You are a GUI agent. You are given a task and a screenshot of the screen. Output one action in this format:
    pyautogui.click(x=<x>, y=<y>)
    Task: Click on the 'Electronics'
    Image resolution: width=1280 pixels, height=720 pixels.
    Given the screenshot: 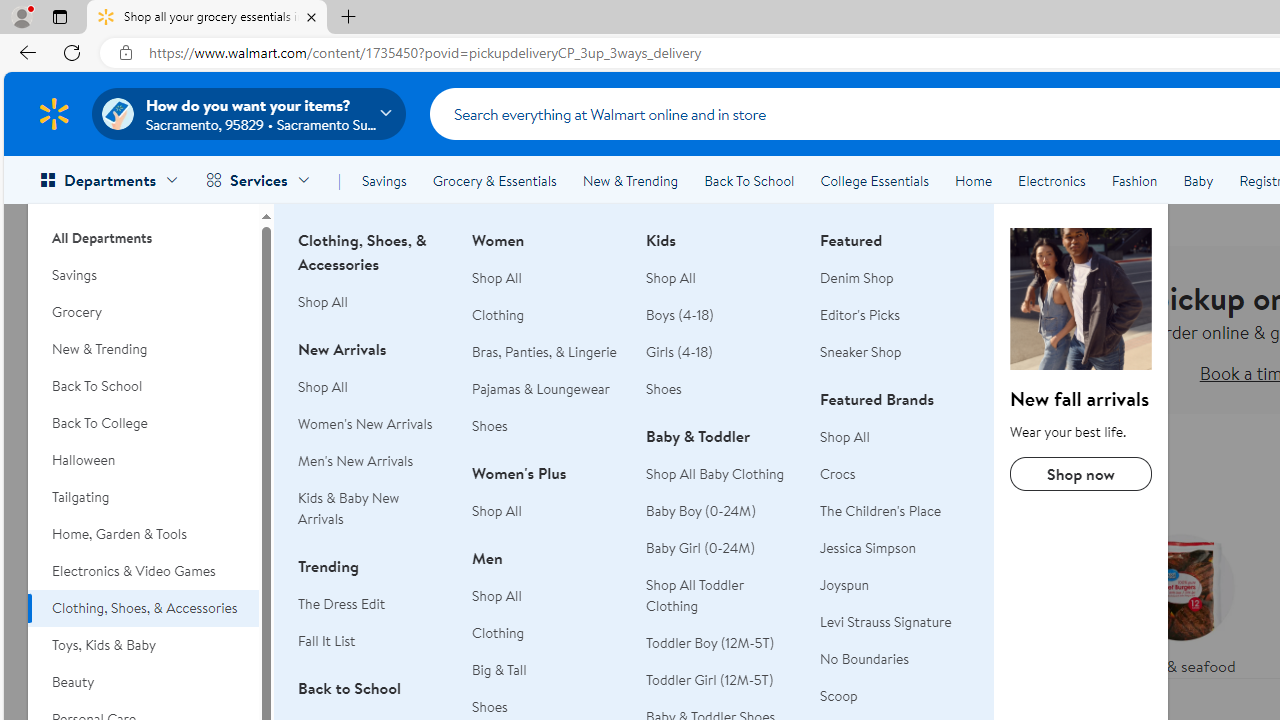 What is the action you would take?
    pyautogui.click(x=1050, y=181)
    